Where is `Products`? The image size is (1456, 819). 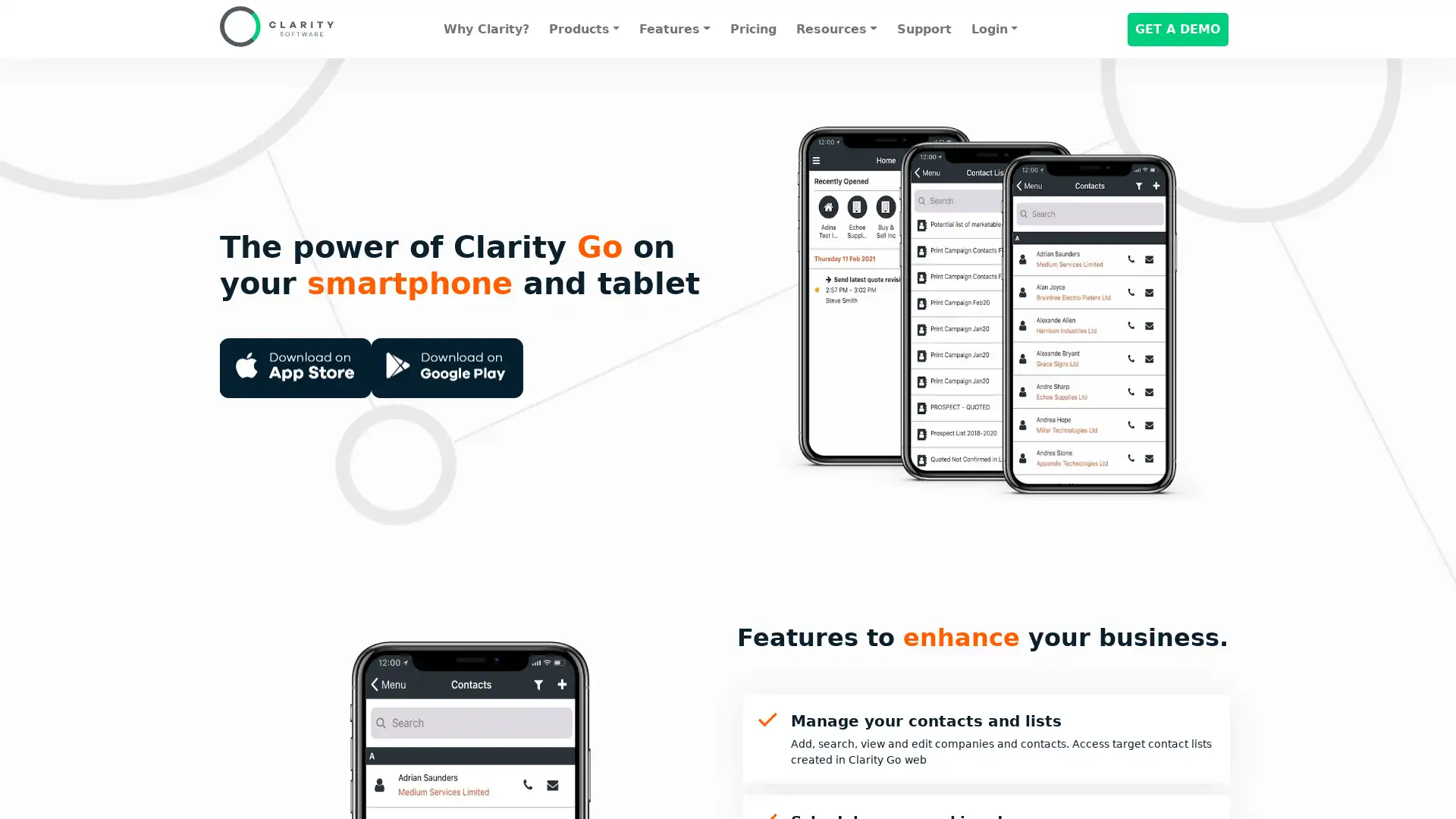
Products is located at coordinates (582, 29).